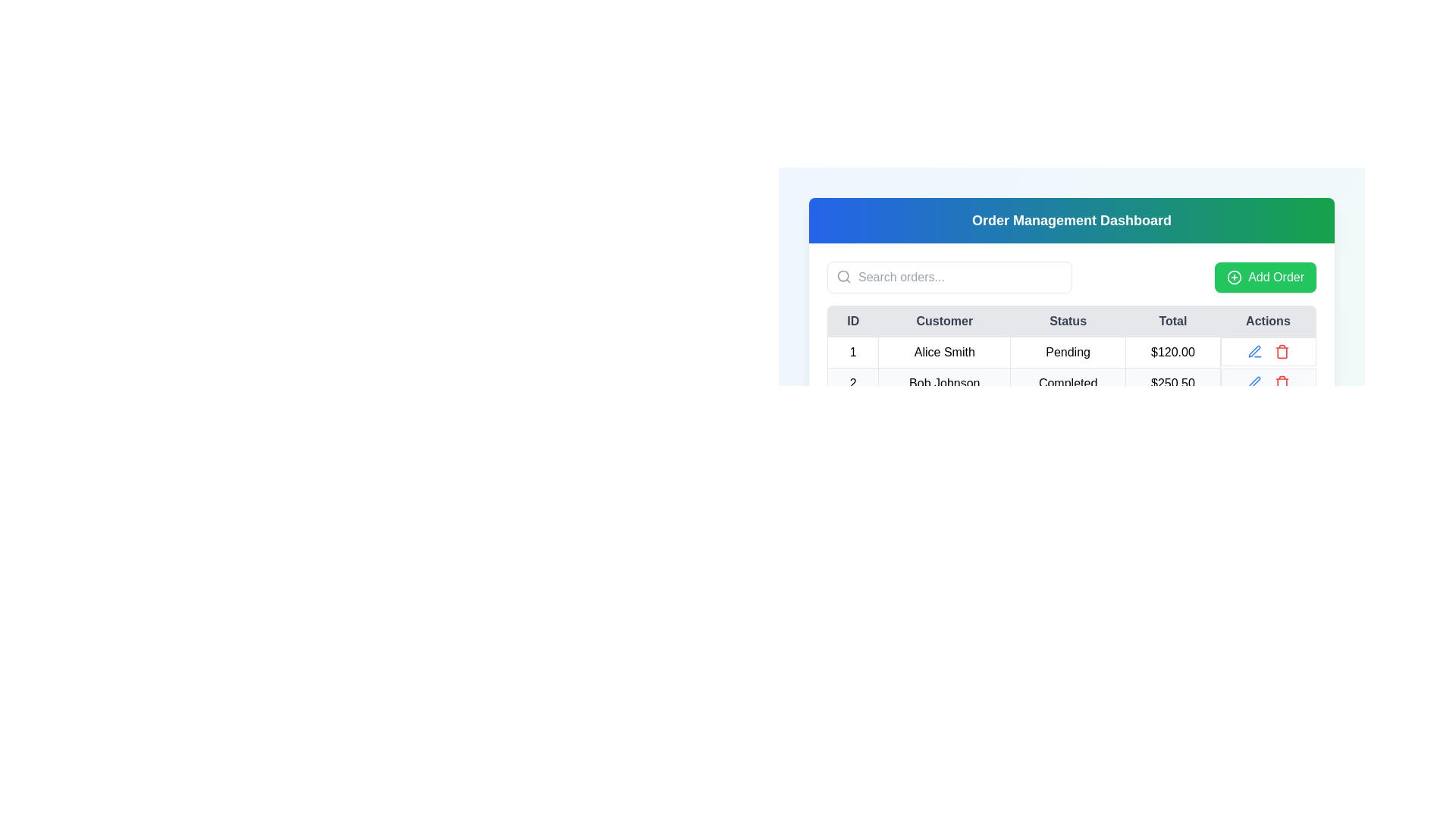  I want to click on the circular search icon located at the top left corner of the search bar, which is styled with a light gray stroke and represents a search action, so click(843, 276).